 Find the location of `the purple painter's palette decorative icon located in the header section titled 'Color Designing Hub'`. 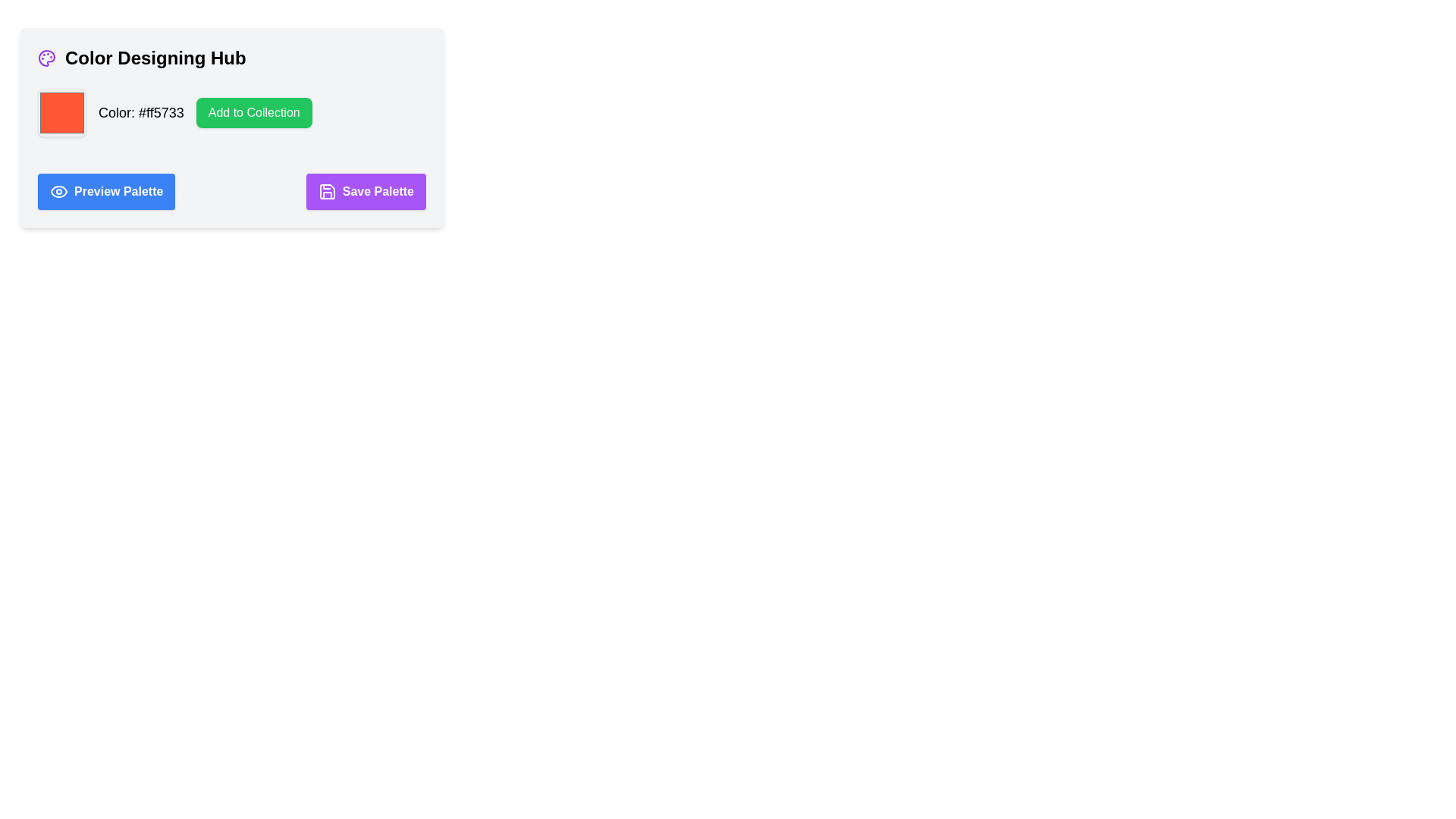

the purple painter's palette decorative icon located in the header section titled 'Color Designing Hub' is located at coordinates (47, 58).